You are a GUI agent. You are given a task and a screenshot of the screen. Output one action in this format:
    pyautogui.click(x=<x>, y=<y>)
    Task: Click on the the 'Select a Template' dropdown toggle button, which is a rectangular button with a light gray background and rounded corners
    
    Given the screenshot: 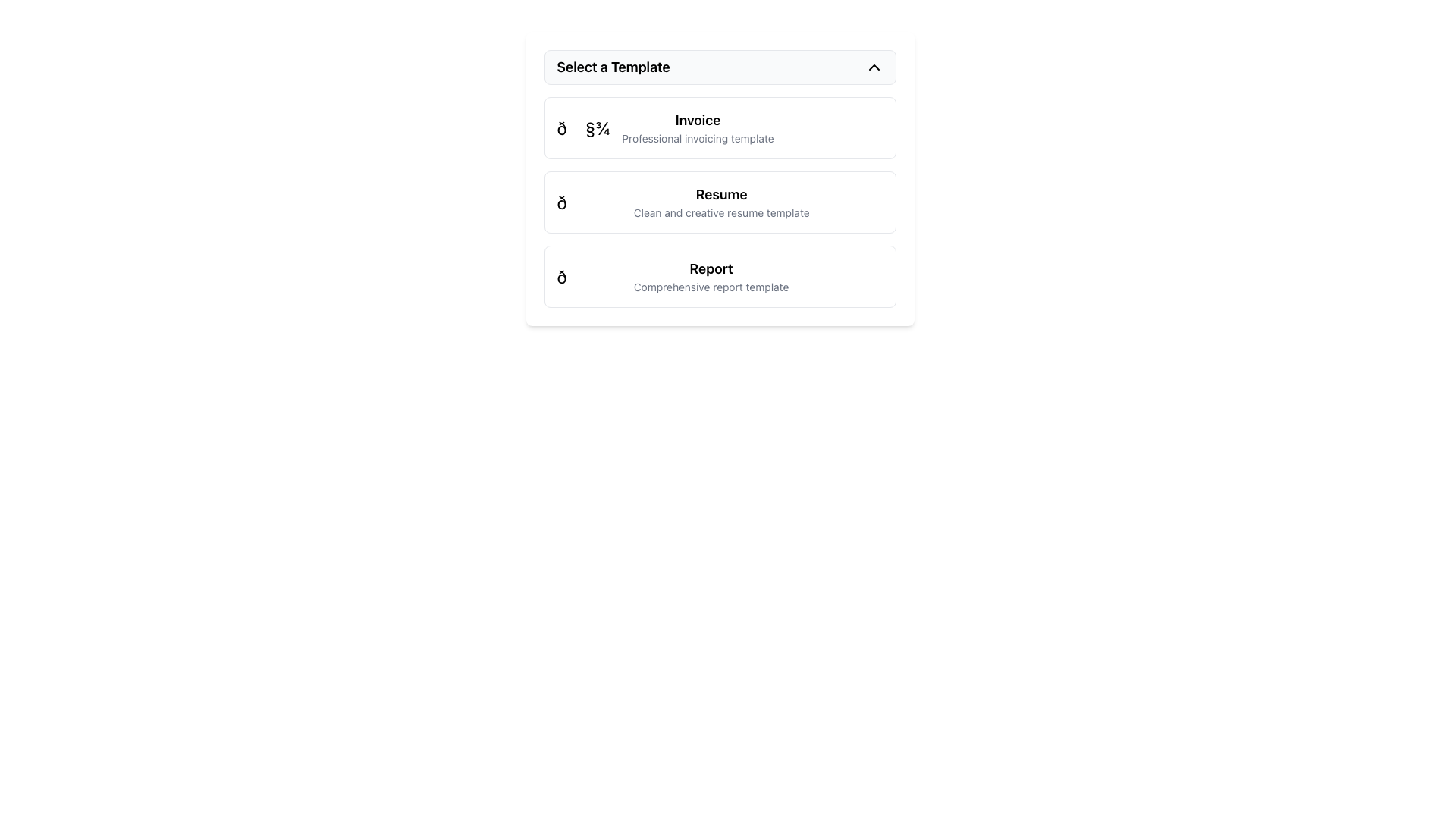 What is the action you would take?
    pyautogui.click(x=719, y=66)
    